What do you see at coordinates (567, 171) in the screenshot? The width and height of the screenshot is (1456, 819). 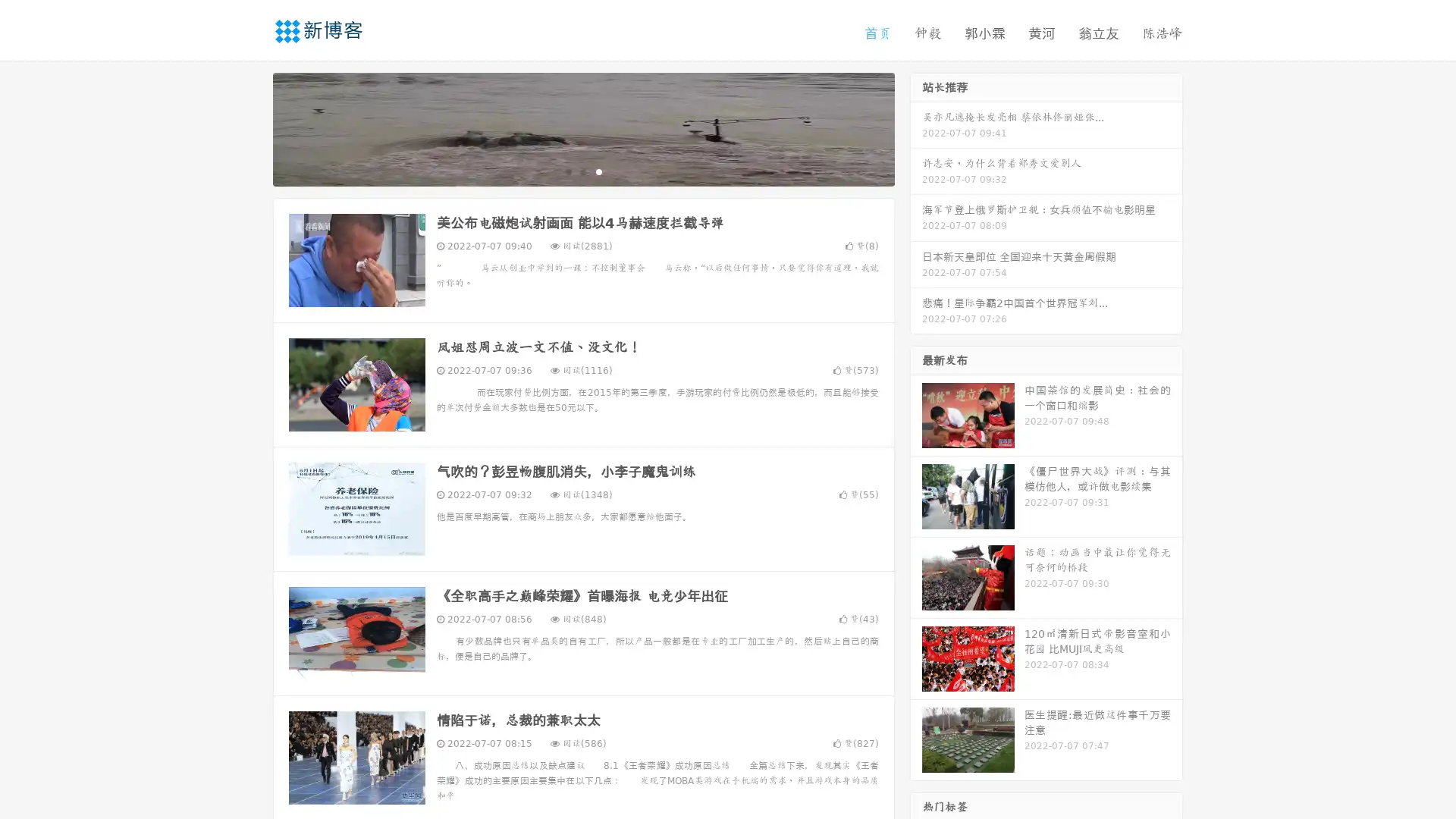 I see `Go to slide 1` at bounding box center [567, 171].